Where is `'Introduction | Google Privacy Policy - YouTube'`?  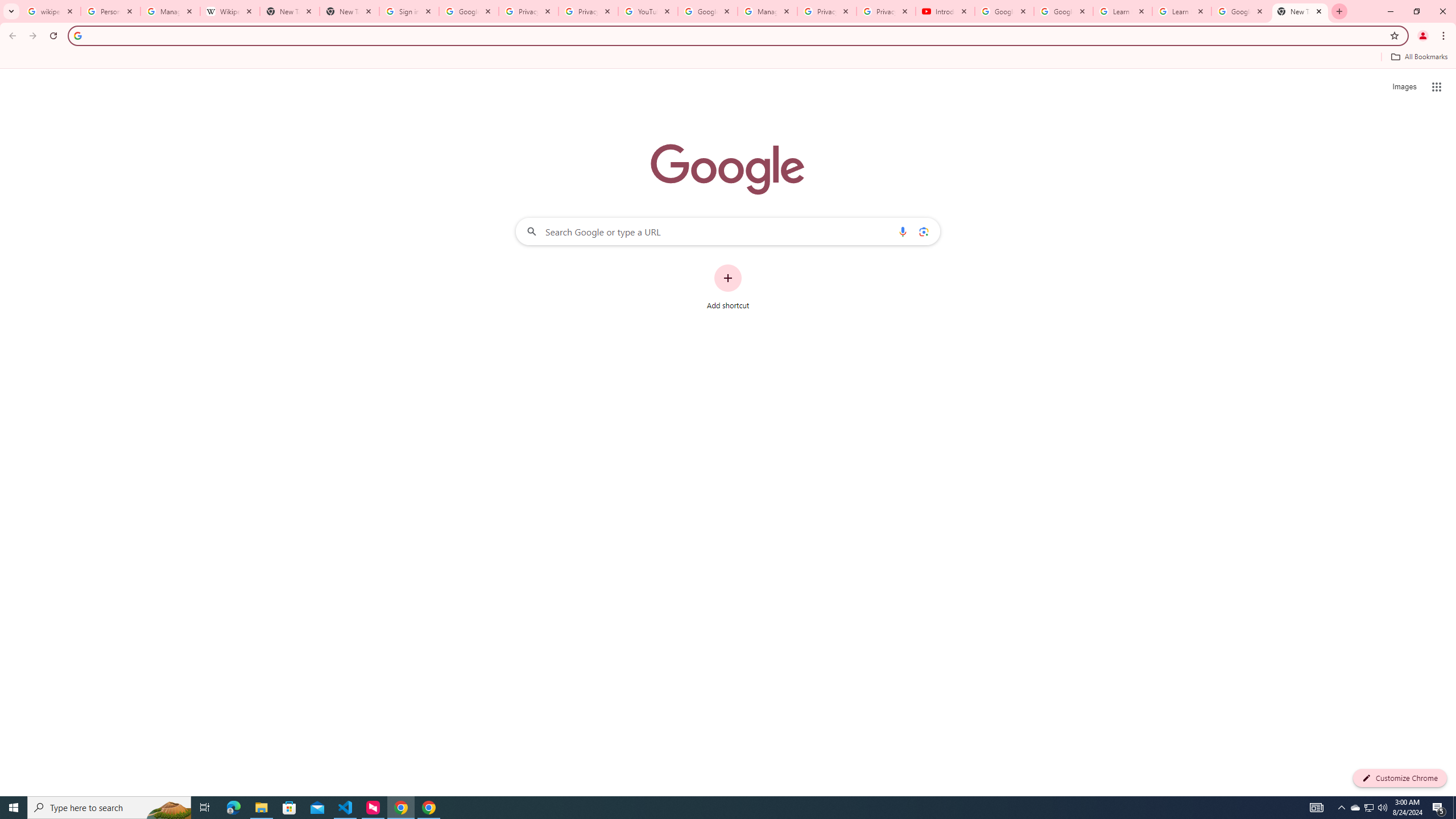 'Introduction | Google Privacy Policy - YouTube' is located at coordinates (944, 11).